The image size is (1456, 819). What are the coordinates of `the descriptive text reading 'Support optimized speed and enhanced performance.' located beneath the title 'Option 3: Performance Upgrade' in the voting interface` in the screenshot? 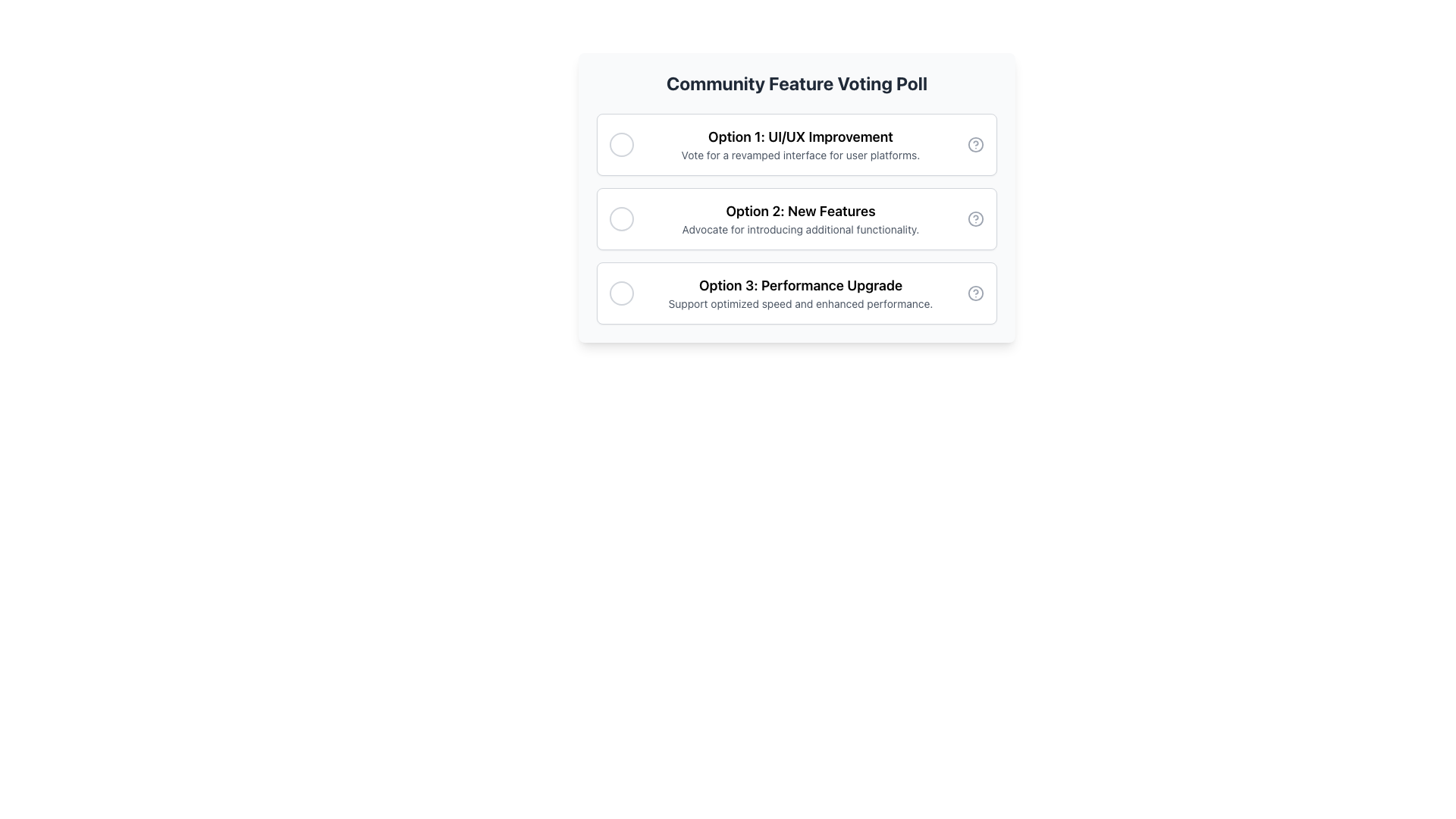 It's located at (800, 304).